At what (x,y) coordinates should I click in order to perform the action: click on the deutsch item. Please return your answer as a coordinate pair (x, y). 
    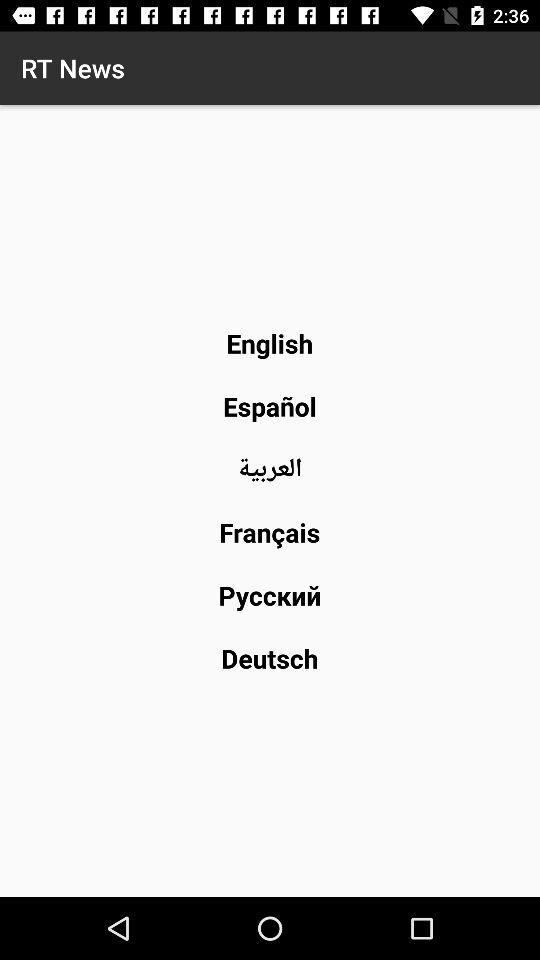
    Looking at the image, I should click on (269, 657).